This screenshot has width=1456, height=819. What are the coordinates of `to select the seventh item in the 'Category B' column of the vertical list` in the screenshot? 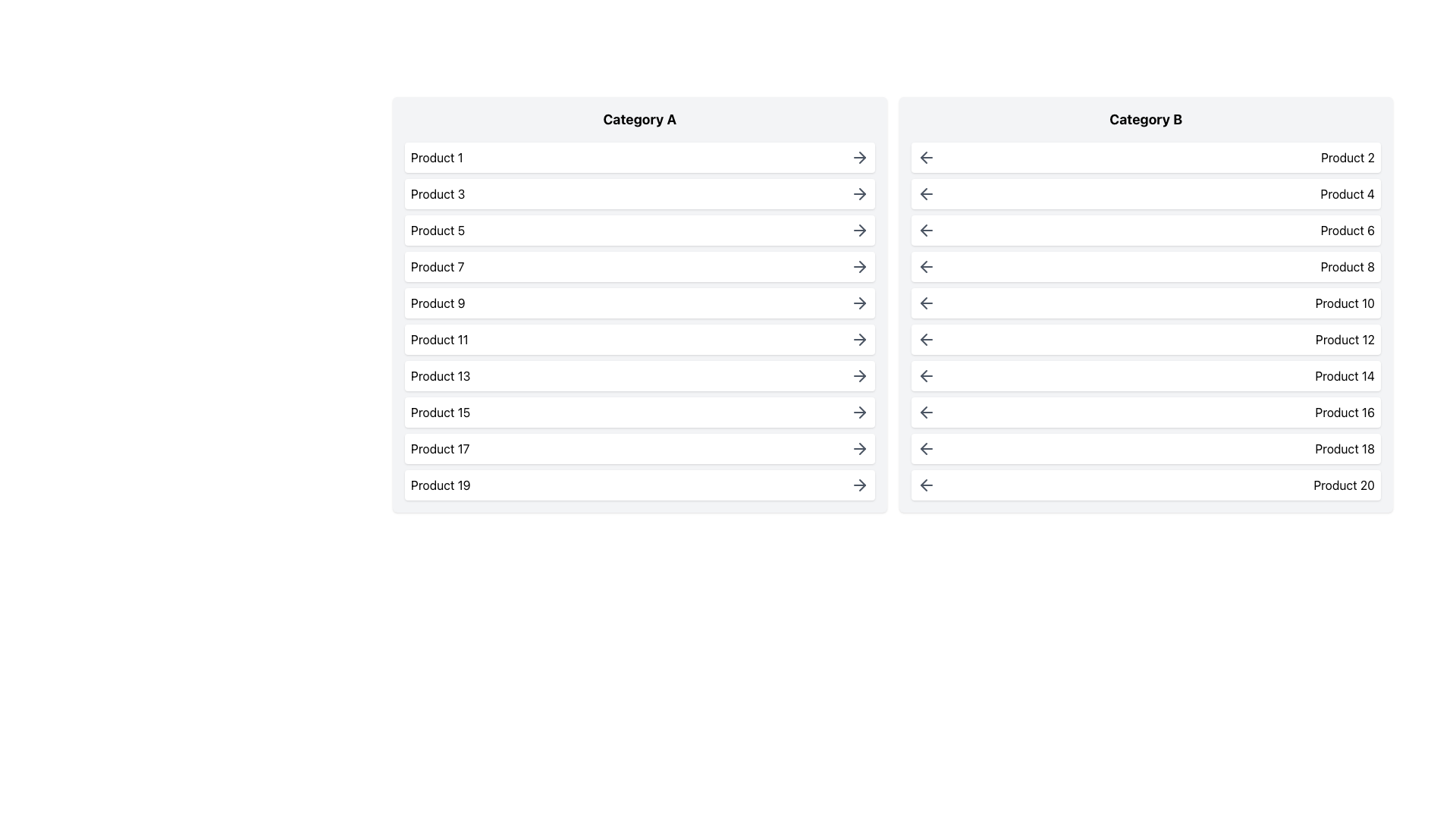 It's located at (1146, 375).